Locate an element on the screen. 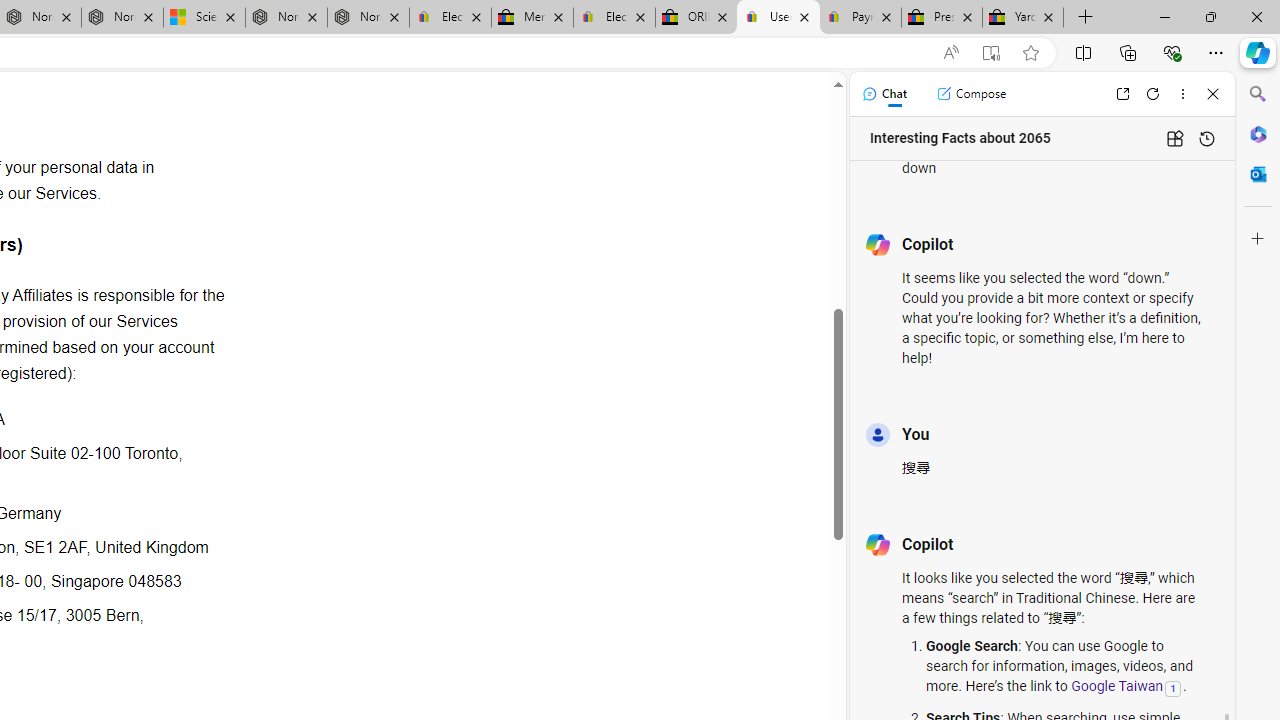 This screenshot has width=1280, height=720. 'Chat' is located at coordinates (883, 93).